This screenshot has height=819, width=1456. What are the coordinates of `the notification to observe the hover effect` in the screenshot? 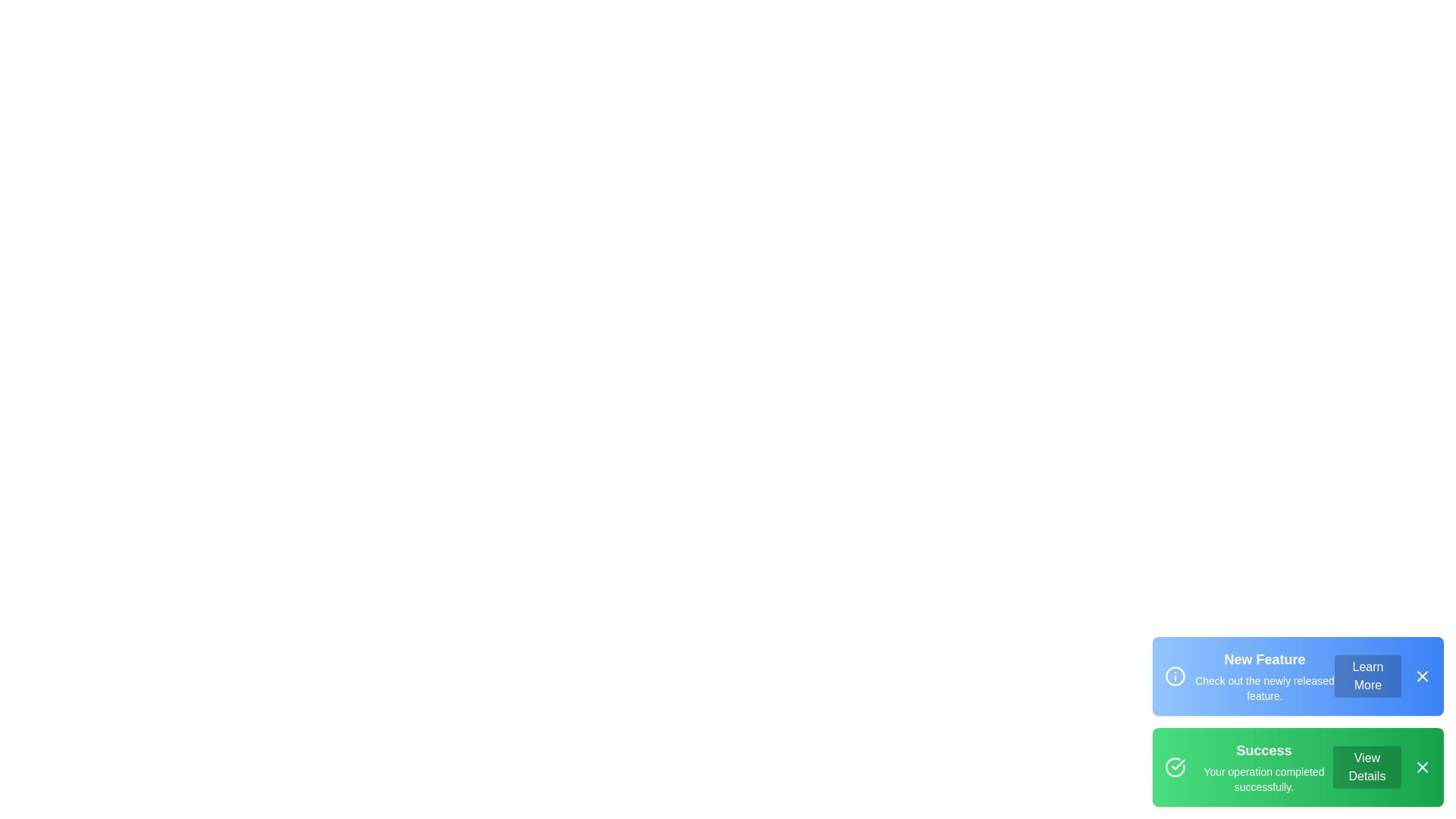 It's located at (1298, 675).